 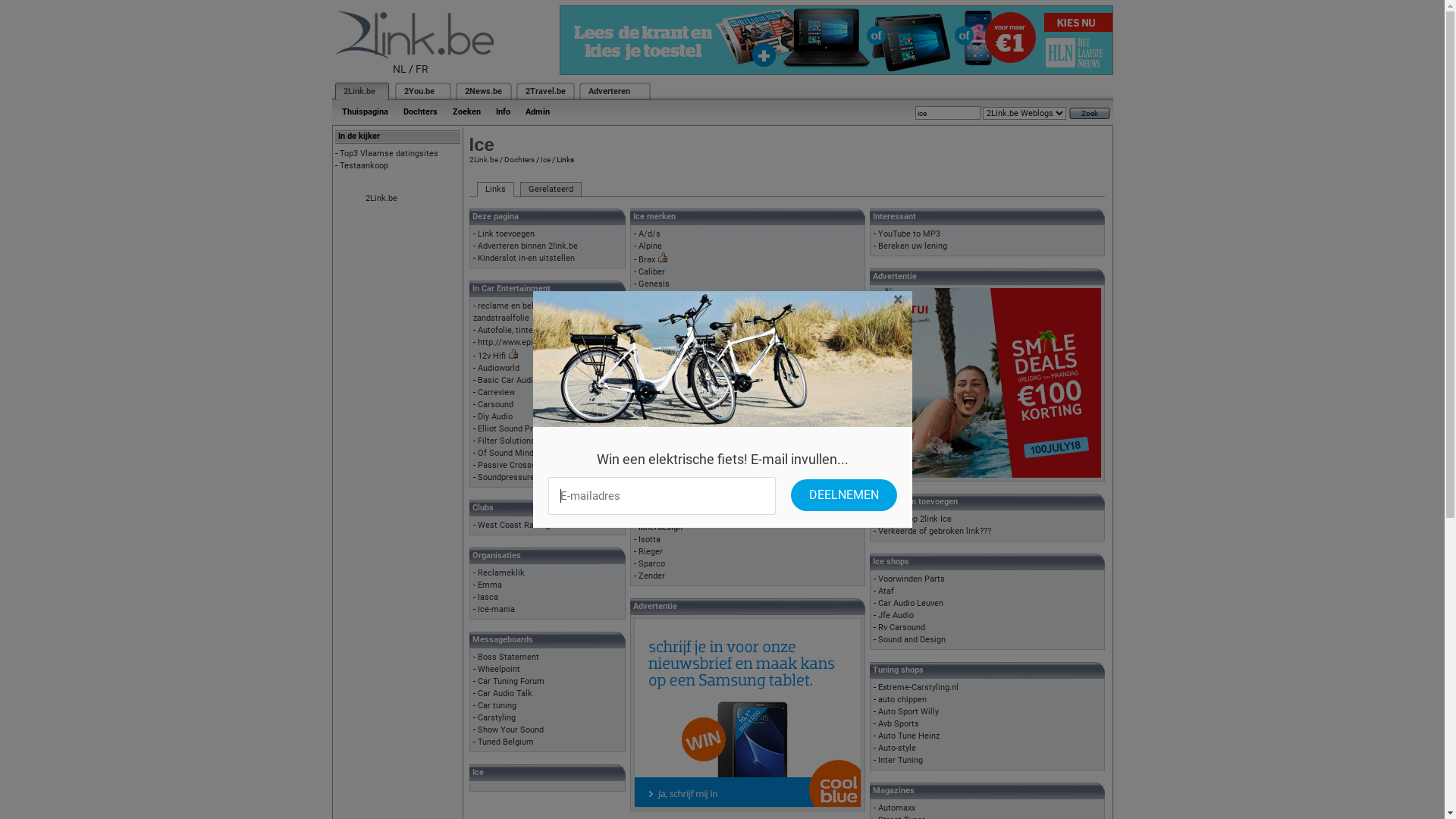 What do you see at coordinates (654, 284) in the screenshot?
I see `'Genesis'` at bounding box center [654, 284].